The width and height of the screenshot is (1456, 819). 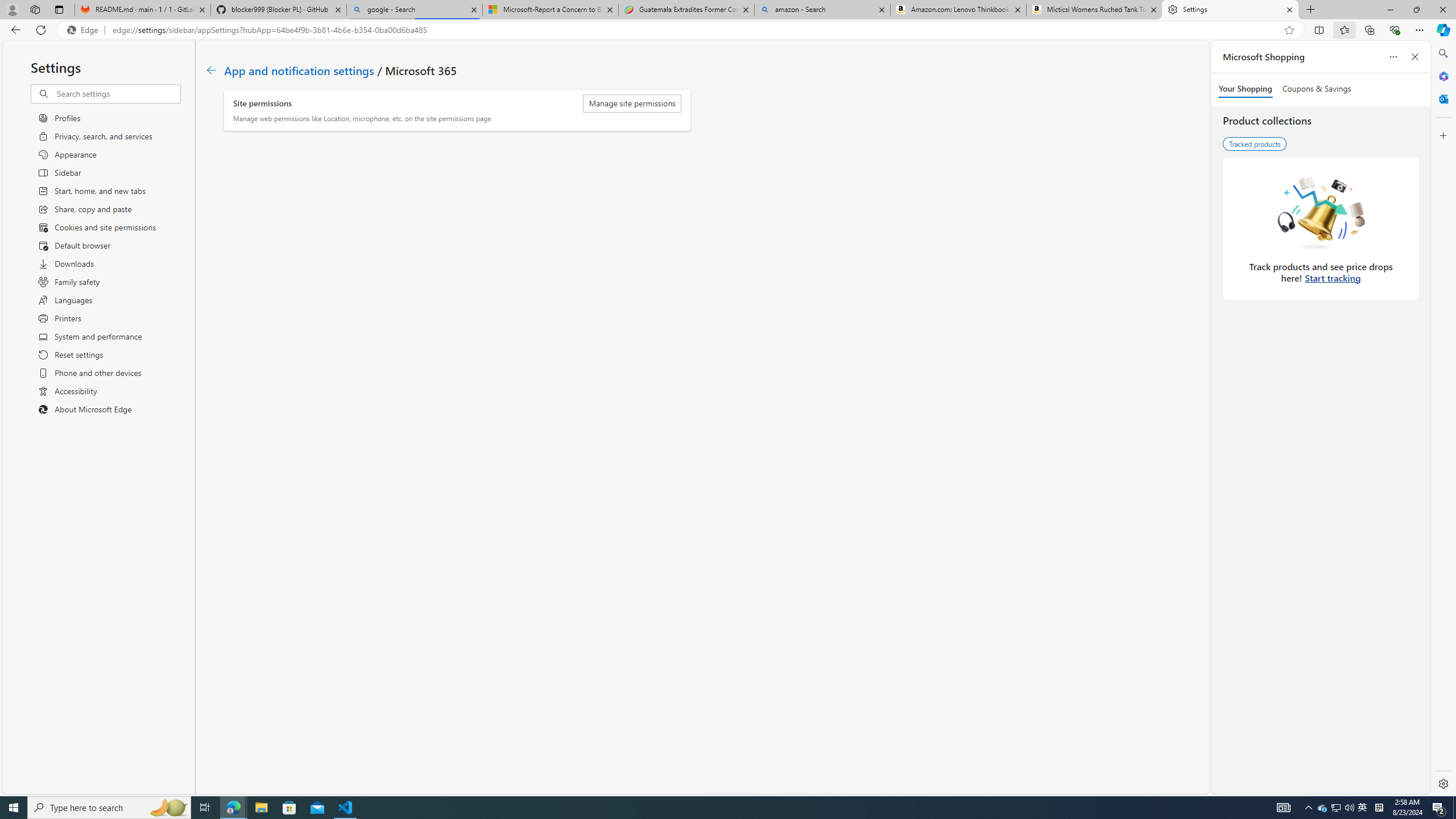 I want to click on 'Manage site permissions', so click(x=631, y=103).